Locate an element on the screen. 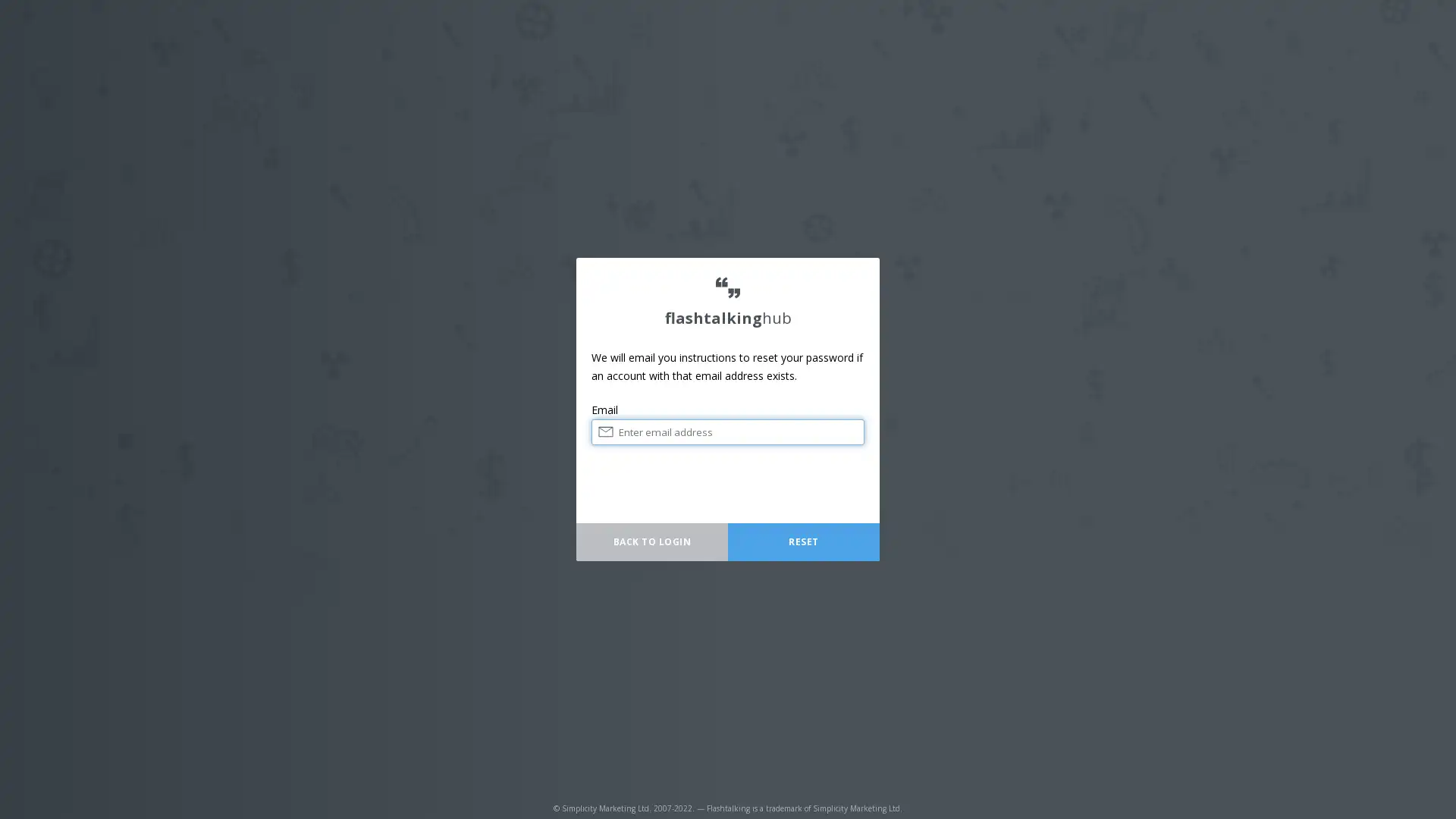  BACK TO LOGIN is located at coordinates (651, 541).